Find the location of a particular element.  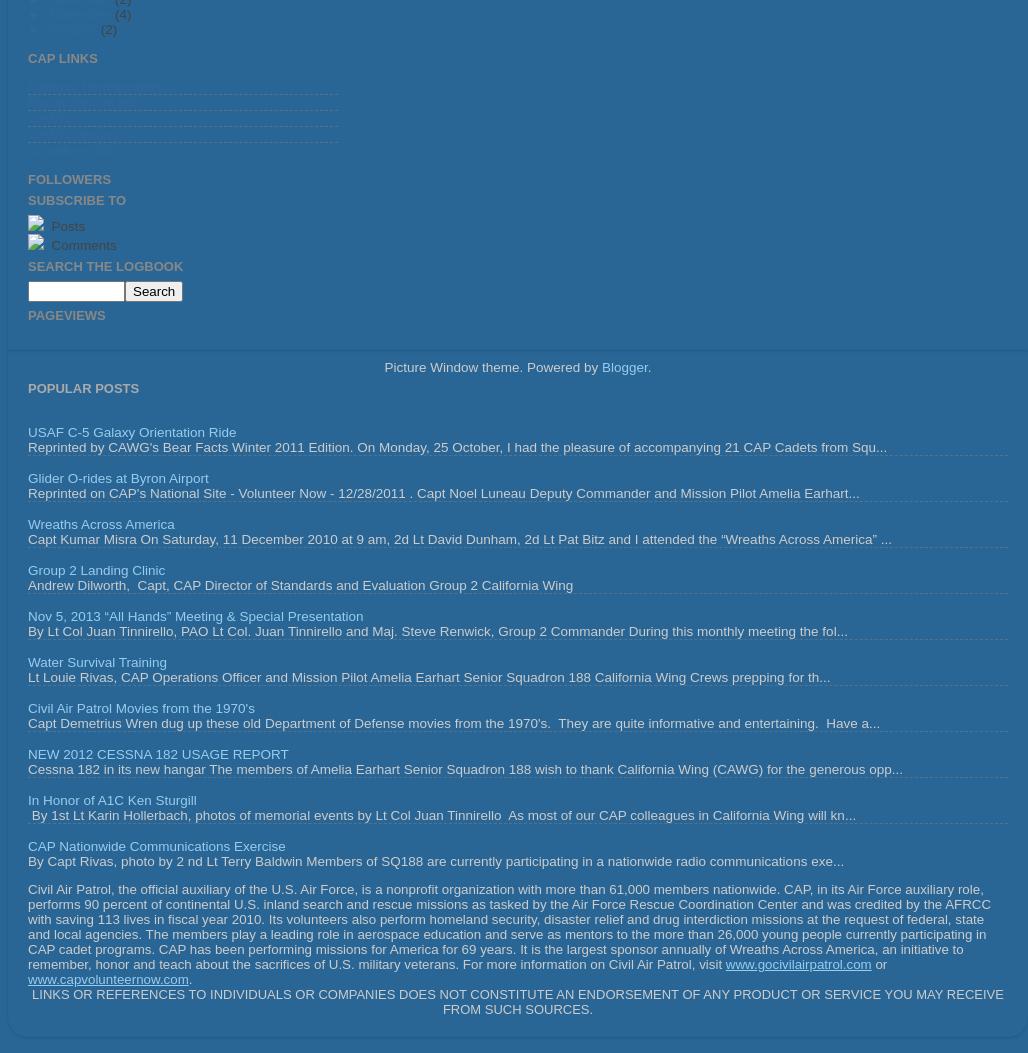

'Pacific Region HQ' is located at coordinates (81, 102).